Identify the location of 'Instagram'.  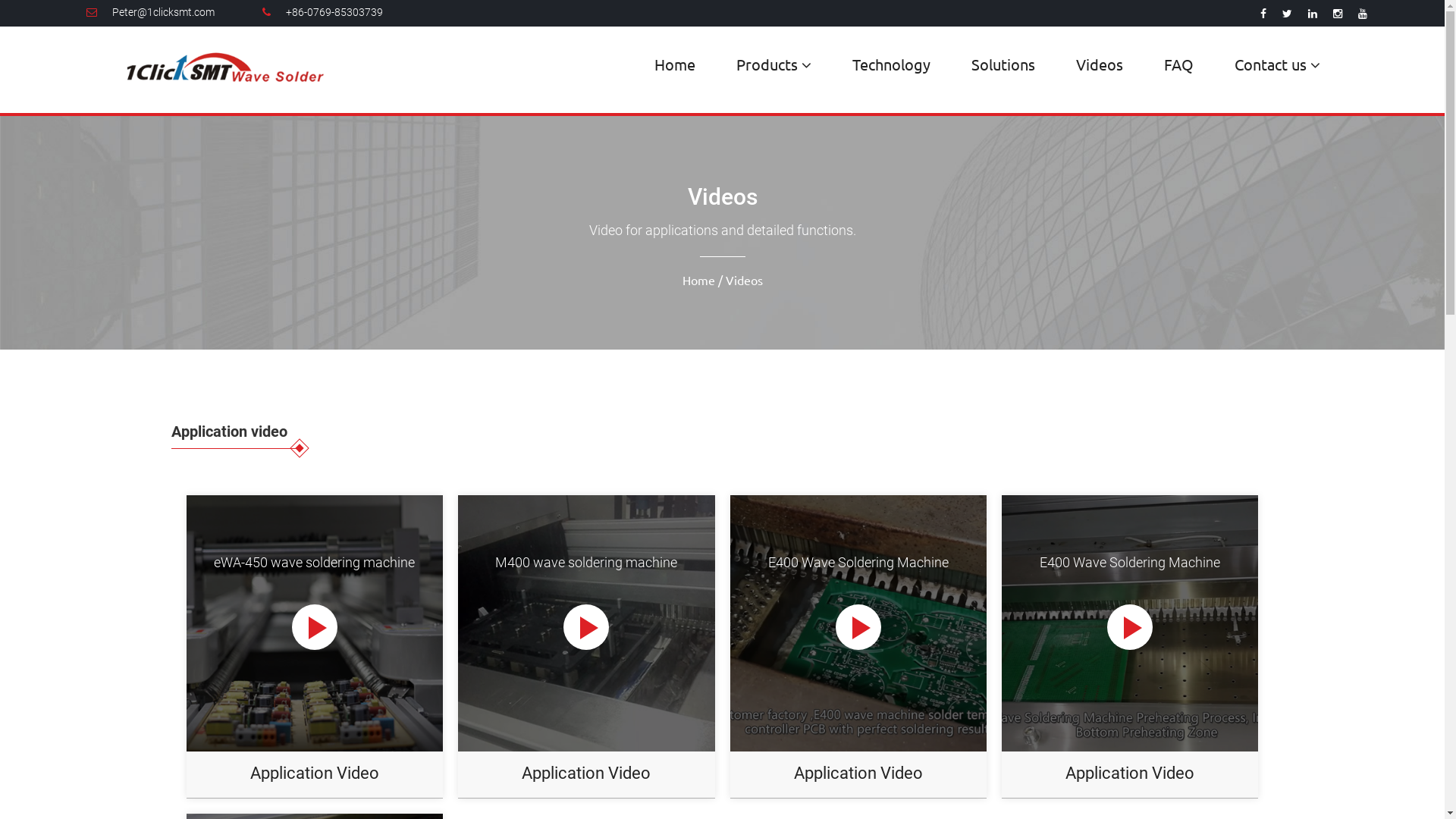
(1337, 14).